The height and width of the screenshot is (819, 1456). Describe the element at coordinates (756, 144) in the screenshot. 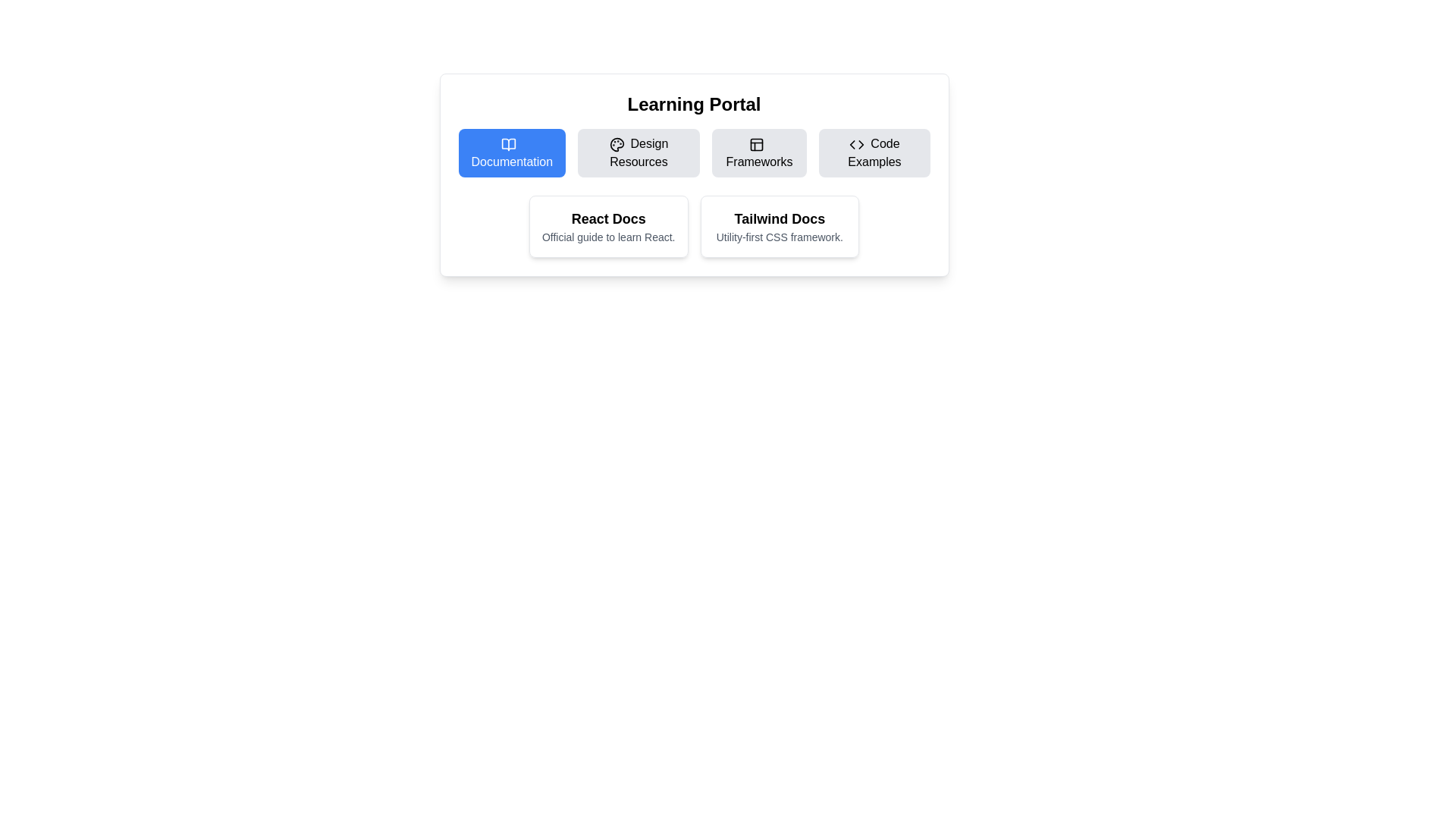

I see `the compact layout-like icon that is part of the 'Frameworks' button, located to the left of the text label 'Frameworks'` at that location.